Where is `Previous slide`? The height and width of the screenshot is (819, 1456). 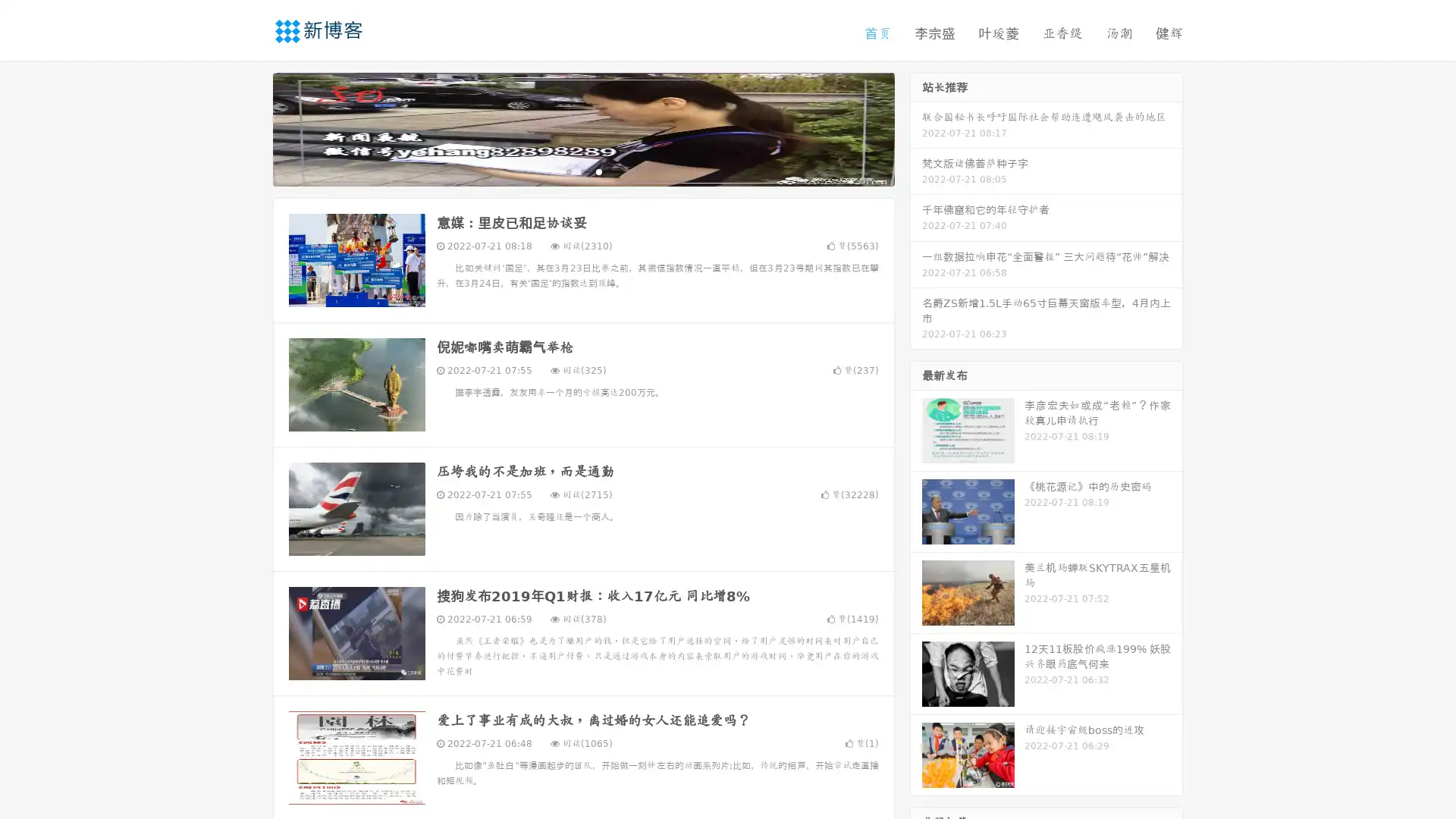 Previous slide is located at coordinates (250, 127).